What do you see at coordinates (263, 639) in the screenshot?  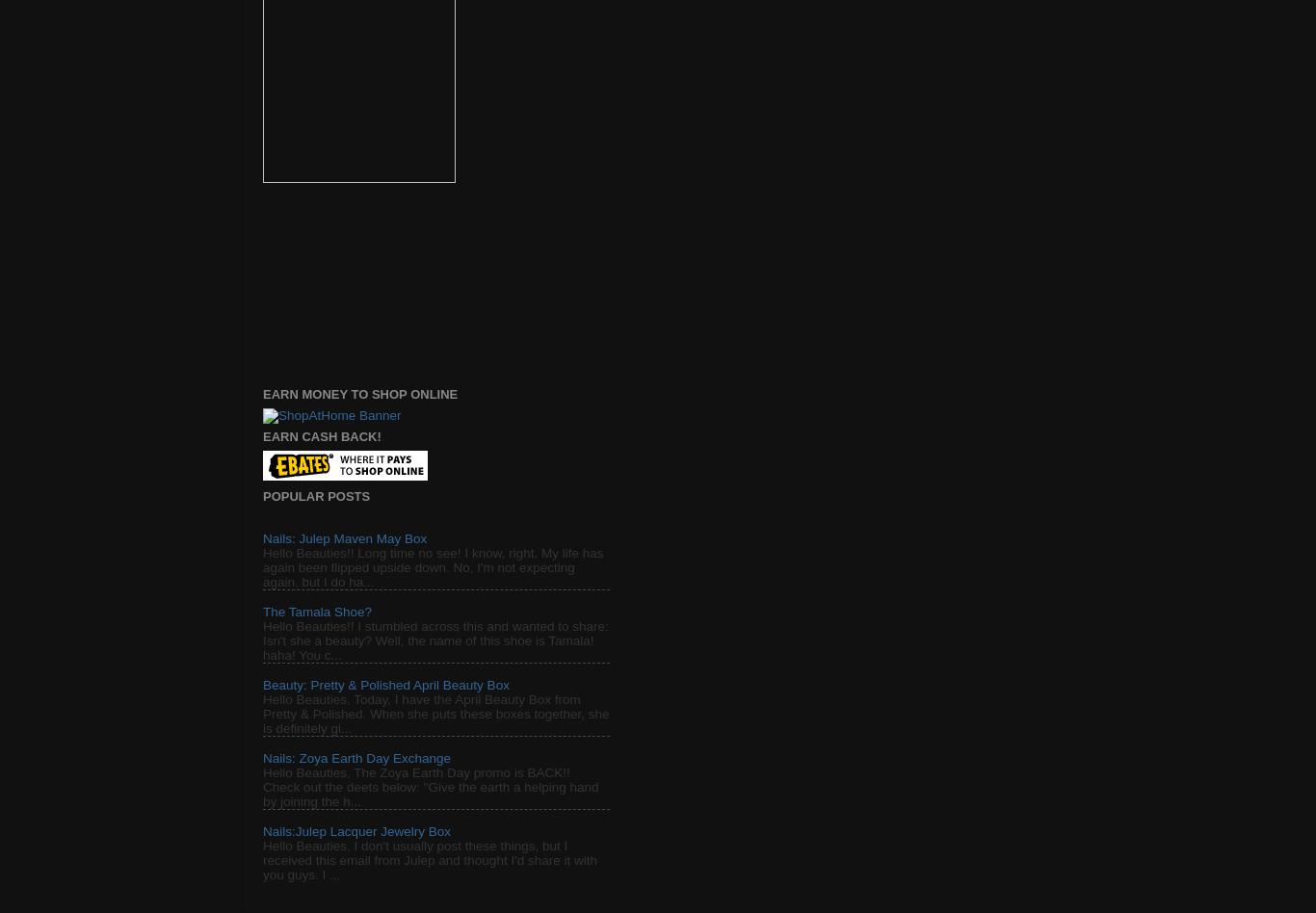 I see `'Hello Beauties!!  I stumbled across this and wanted to share:     Isn't she a beauty? Well, the name of this shoe is Tamala! haha! You c...'` at bounding box center [263, 639].